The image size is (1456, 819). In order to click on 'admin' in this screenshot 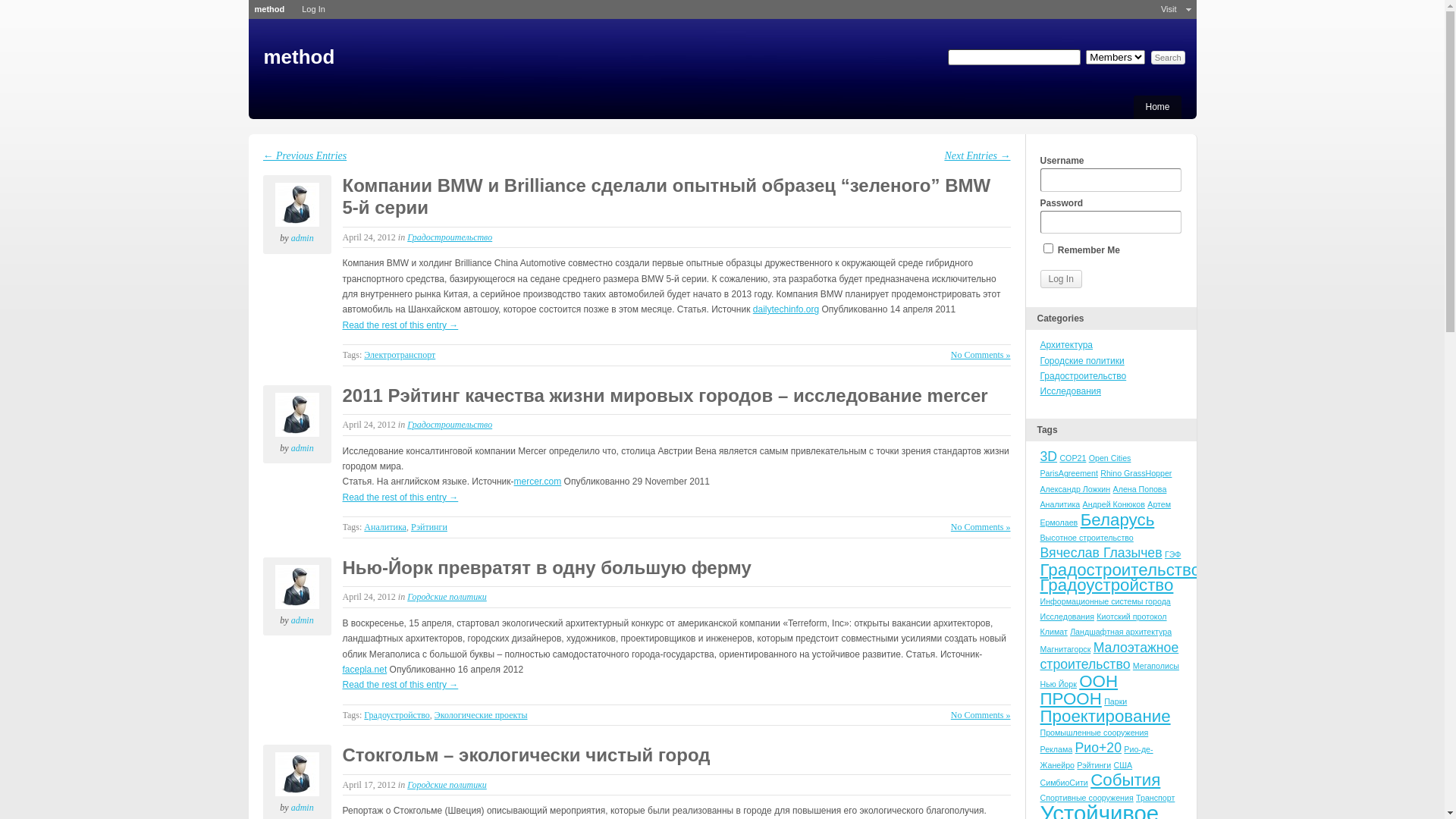, I will do `click(274, 205)`.